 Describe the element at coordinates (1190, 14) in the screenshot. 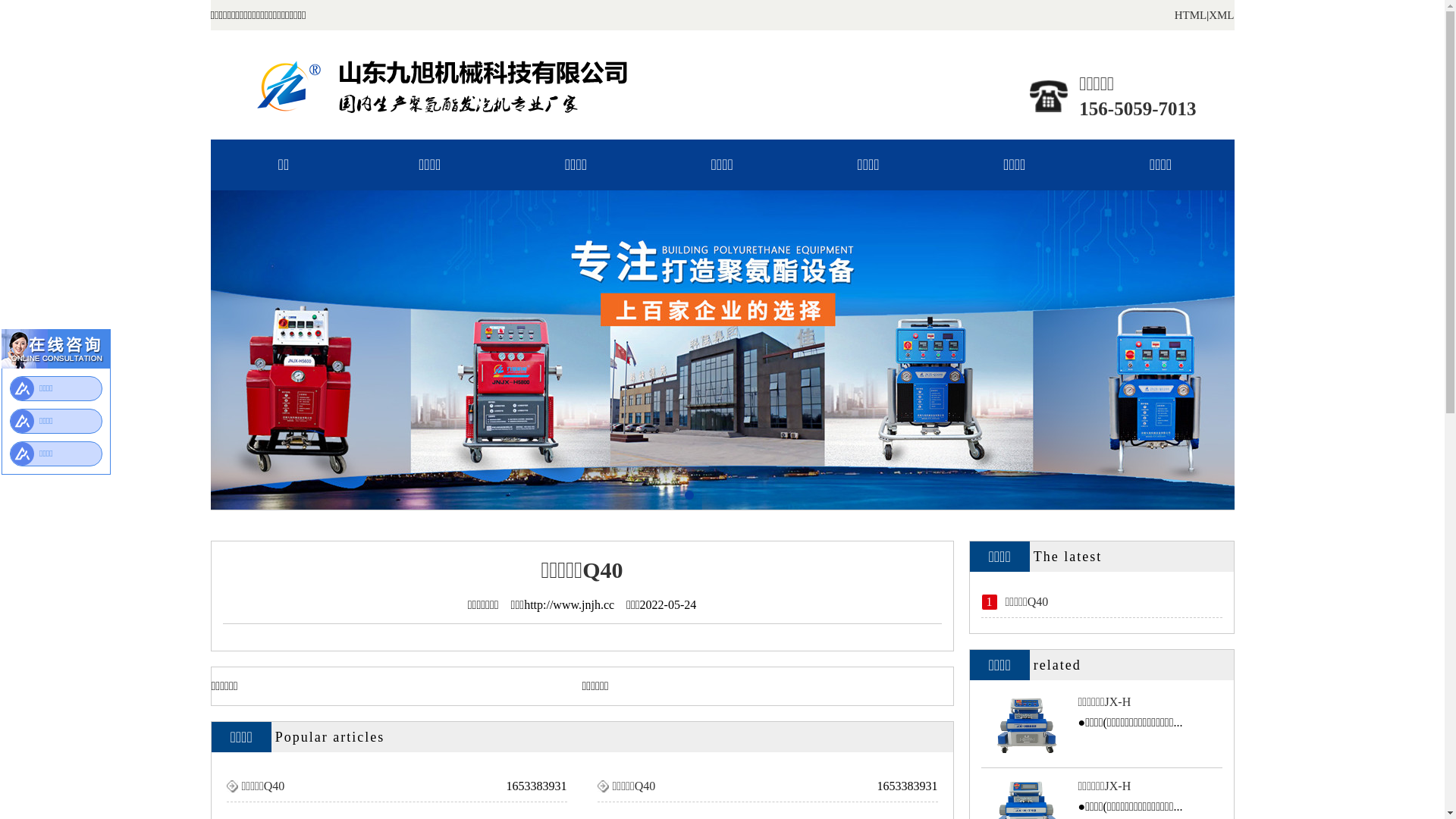

I see `'HTML'` at that location.